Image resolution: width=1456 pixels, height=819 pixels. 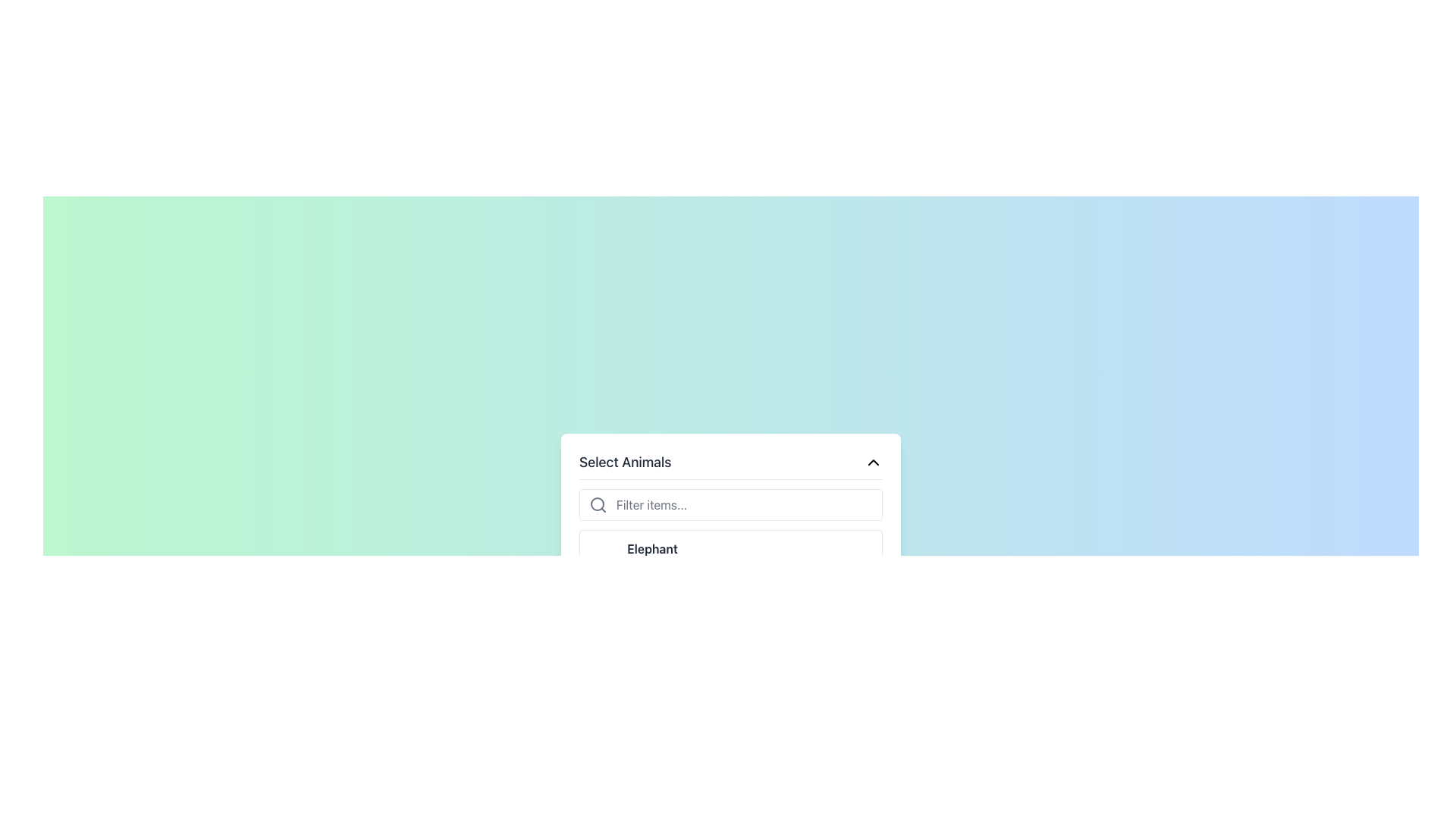 I want to click on the 'Elephant' list item in the dropdown menu for selecting animals, so click(x=652, y=556).